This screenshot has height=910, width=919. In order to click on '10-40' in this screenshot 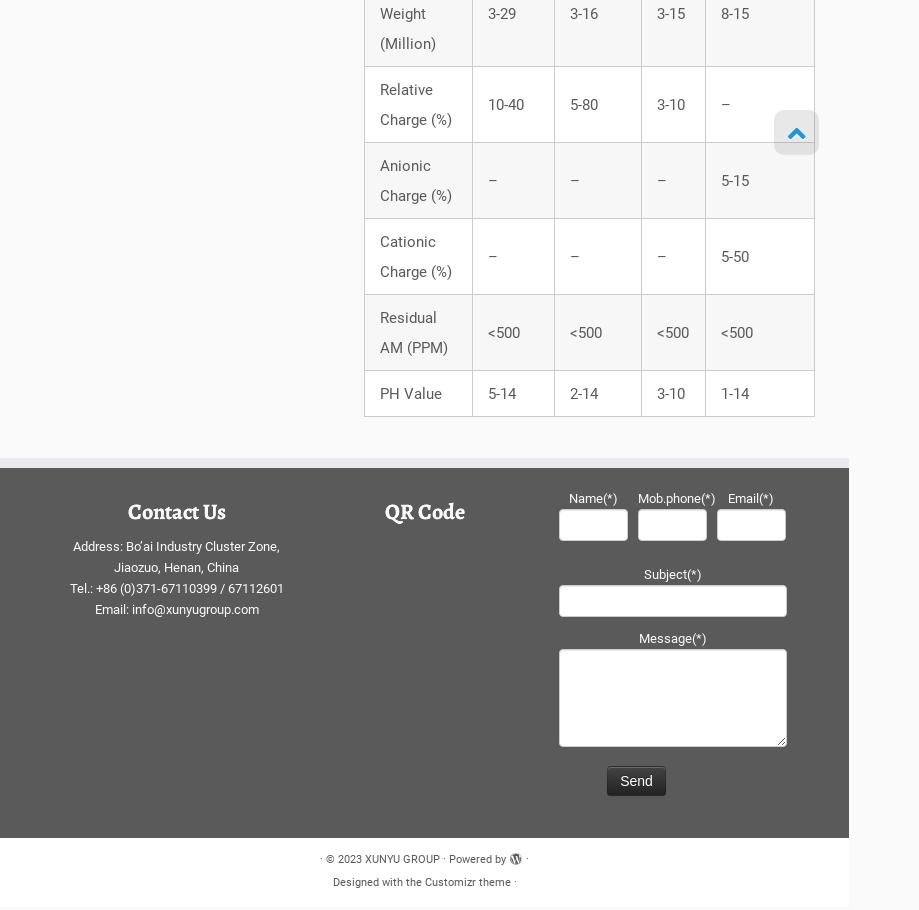, I will do `click(503, 109)`.